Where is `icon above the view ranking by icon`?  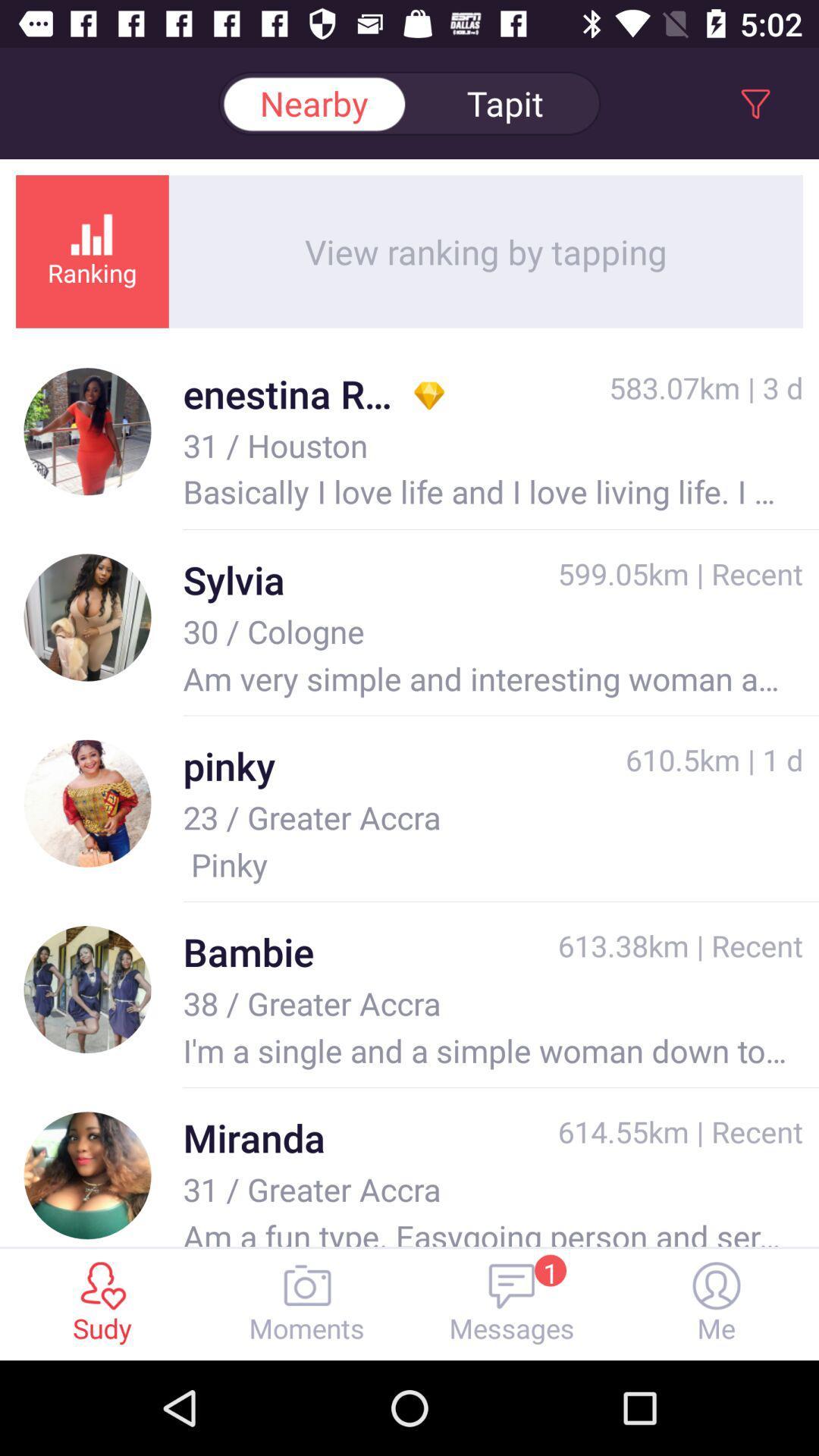 icon above the view ranking by icon is located at coordinates (505, 102).